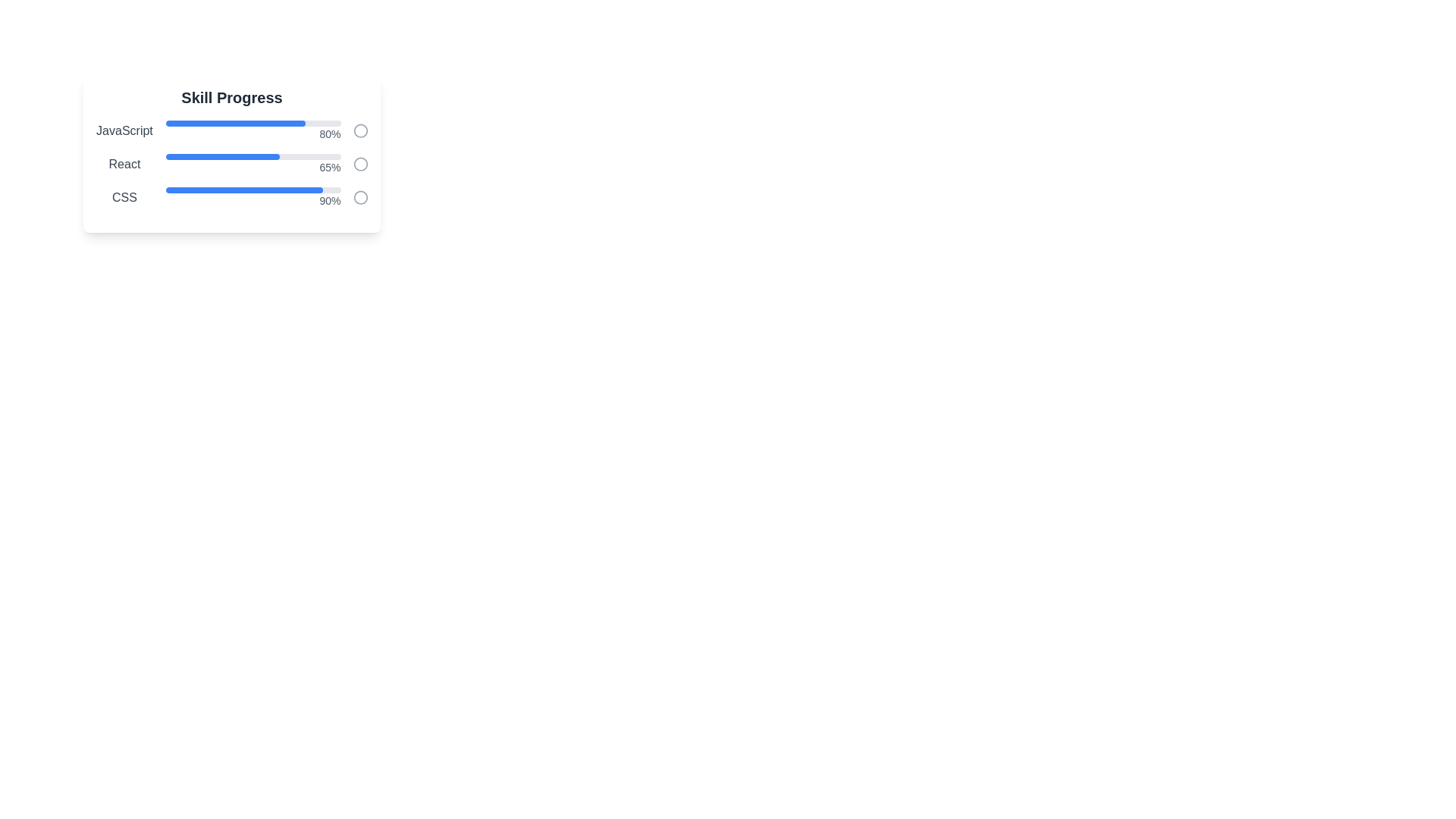 The width and height of the screenshot is (1456, 819). I want to click on the progress visually of the blue progress indicator bar representing 80% completion for the 'JavaScript' skill in the 'Skill Progress' section, so click(235, 122).